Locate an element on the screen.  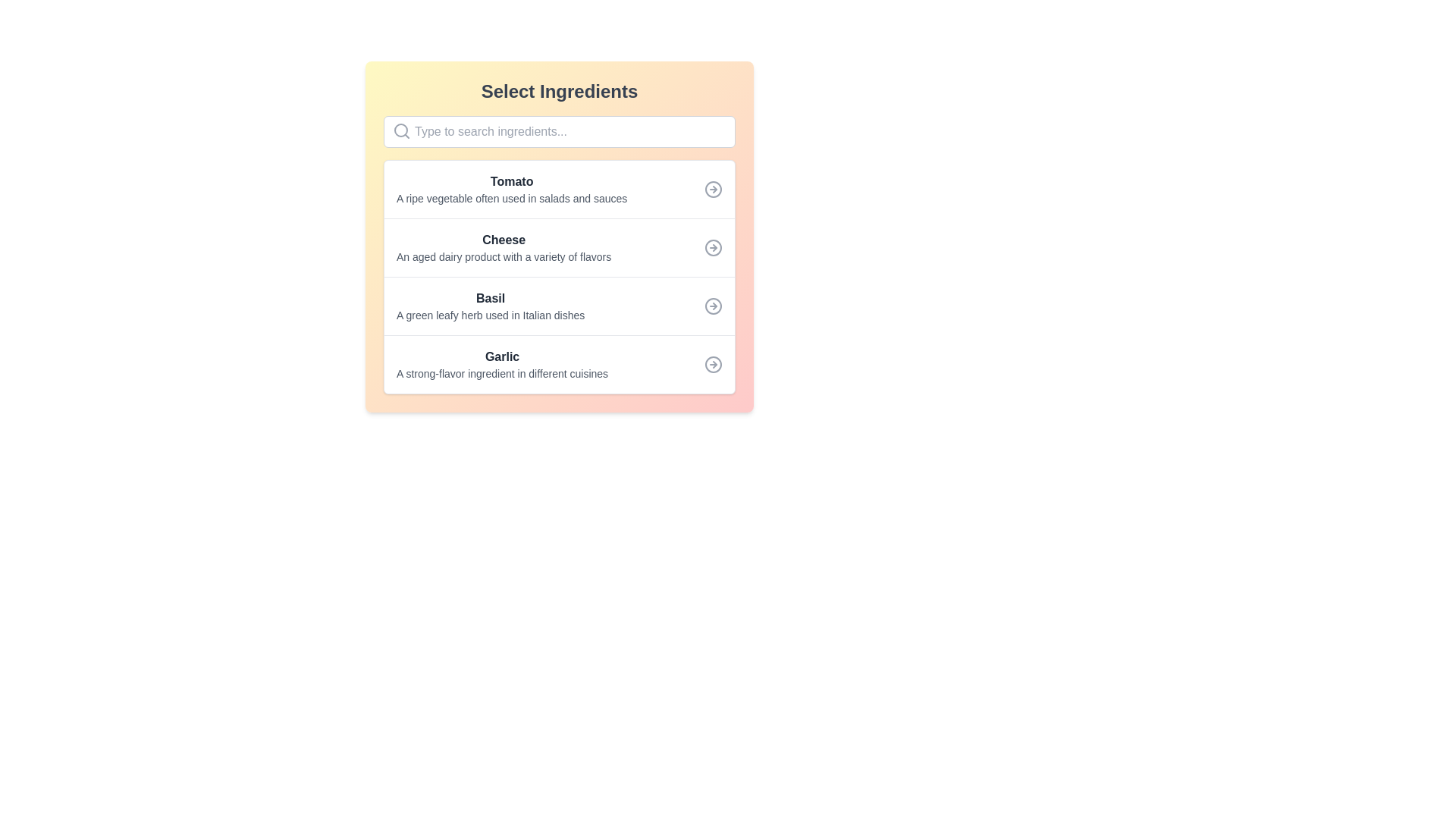
the list item displaying information about 'Cheese', which is located between 'Tomato' and 'Basil' in the 'Select Ingredients' panel is located at coordinates (504, 247).